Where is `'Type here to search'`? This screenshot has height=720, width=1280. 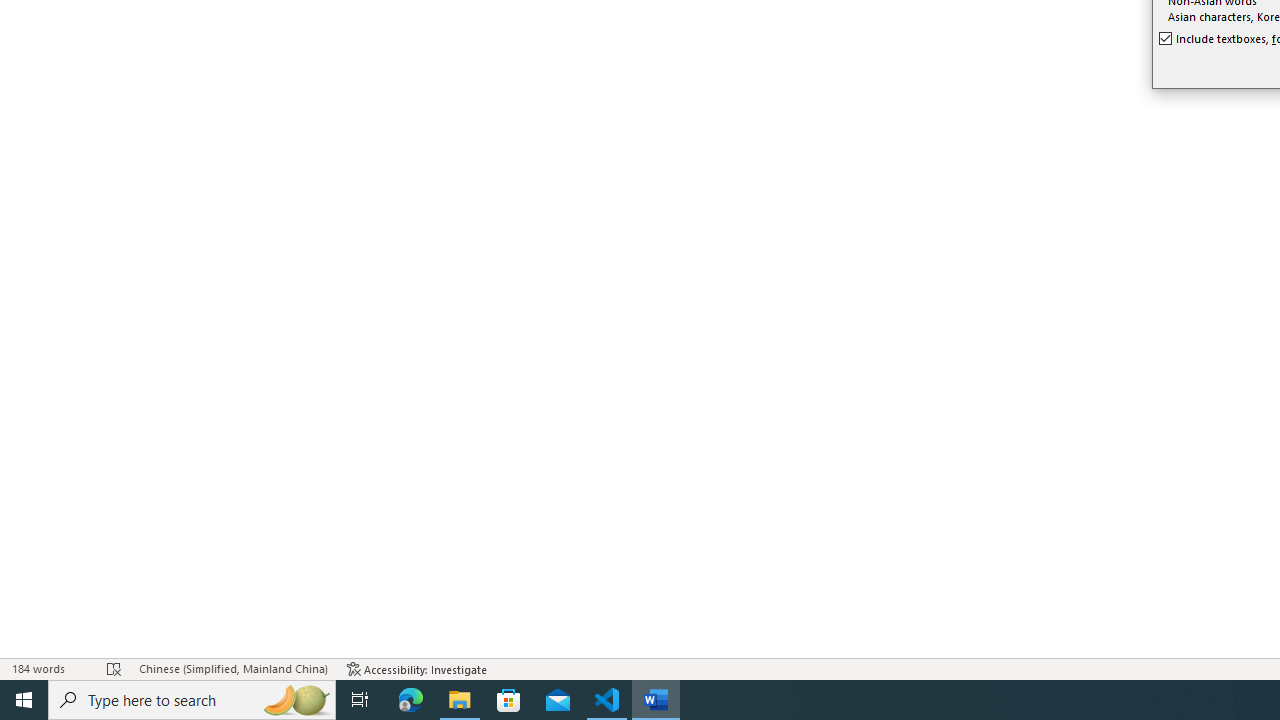
'Type here to search' is located at coordinates (192, 698).